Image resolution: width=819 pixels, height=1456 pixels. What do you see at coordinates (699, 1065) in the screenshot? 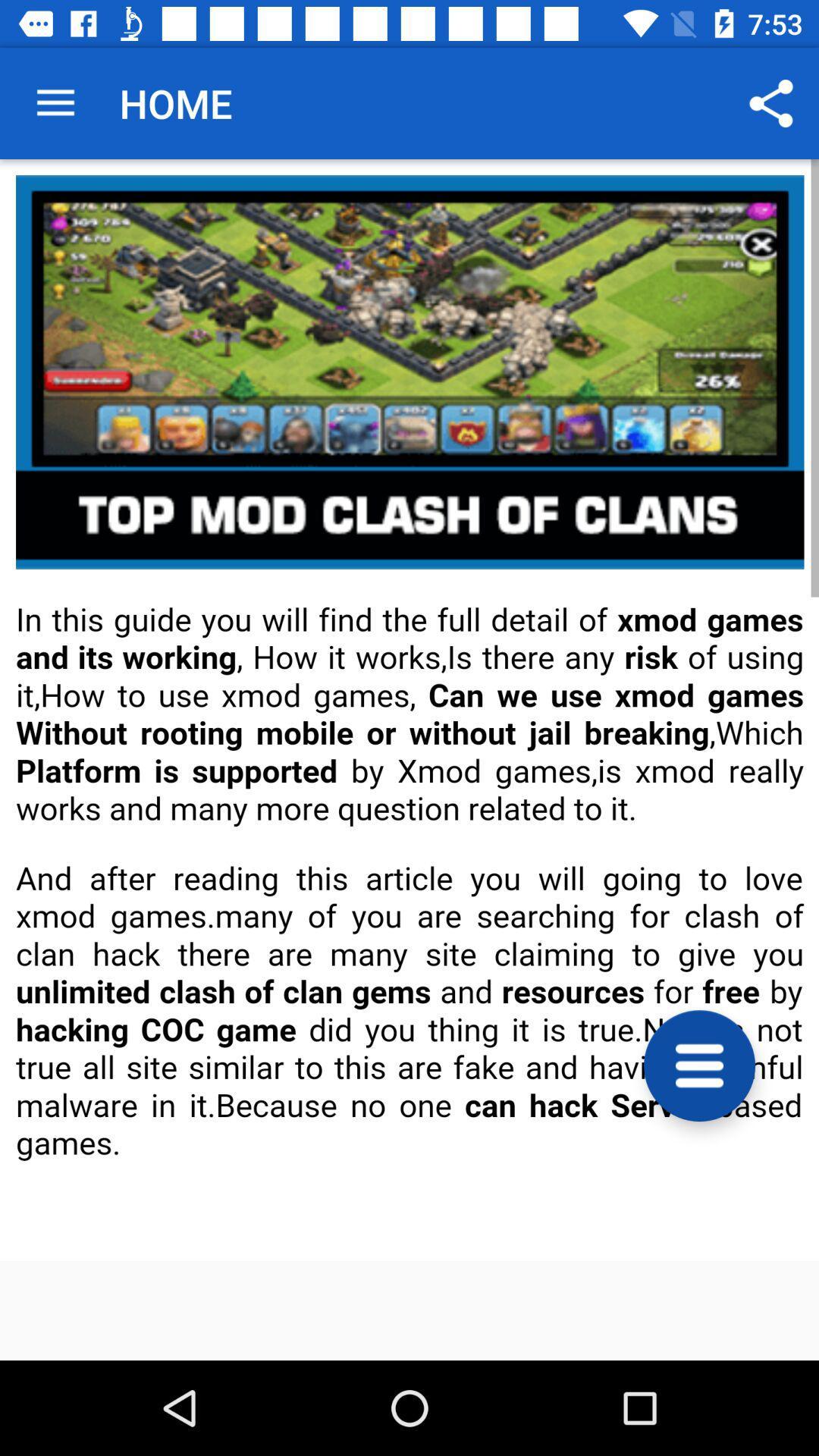
I see `the menu icon` at bounding box center [699, 1065].